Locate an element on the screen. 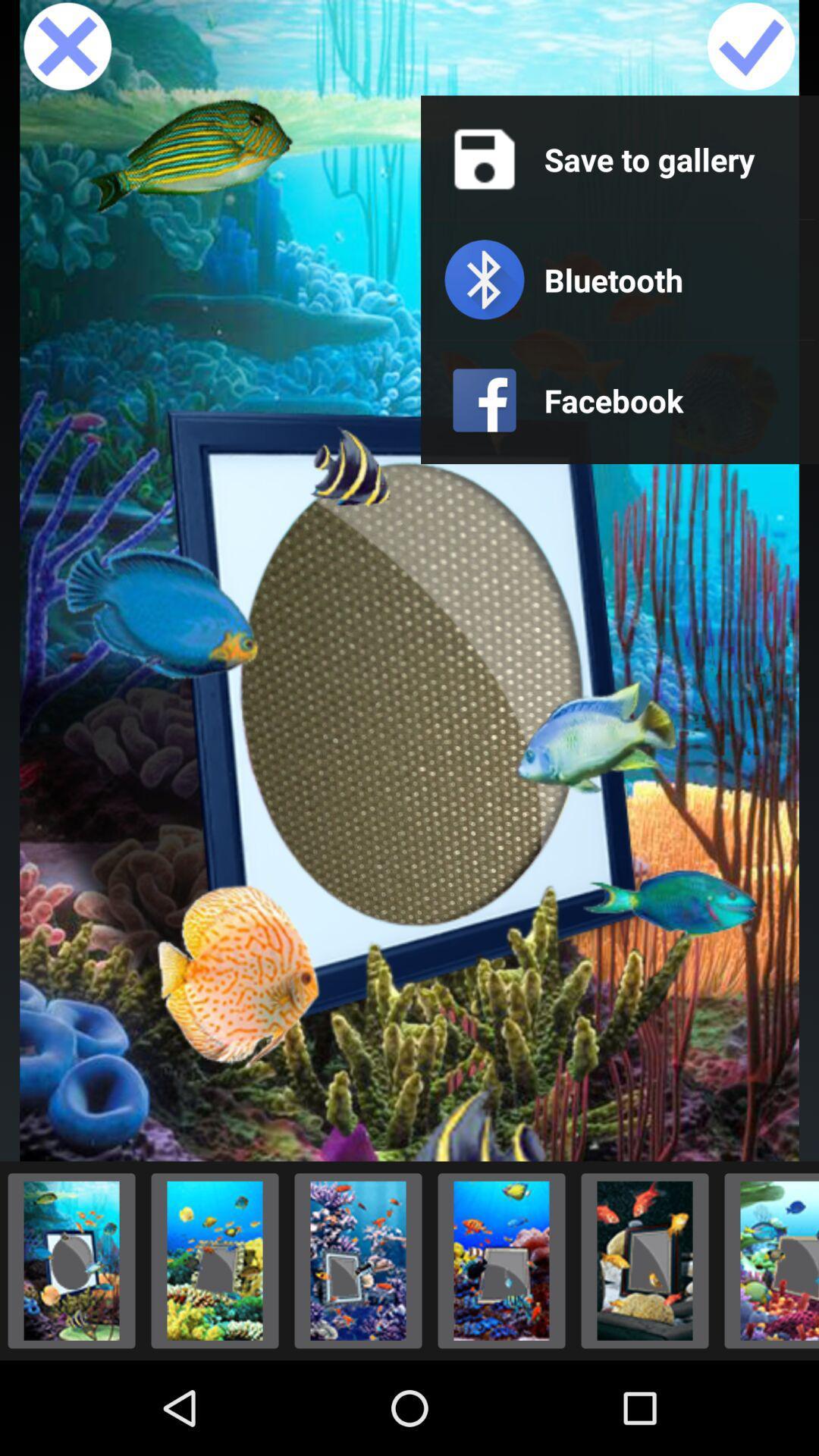 The image size is (819, 1456). option\ is located at coordinates (767, 1260).